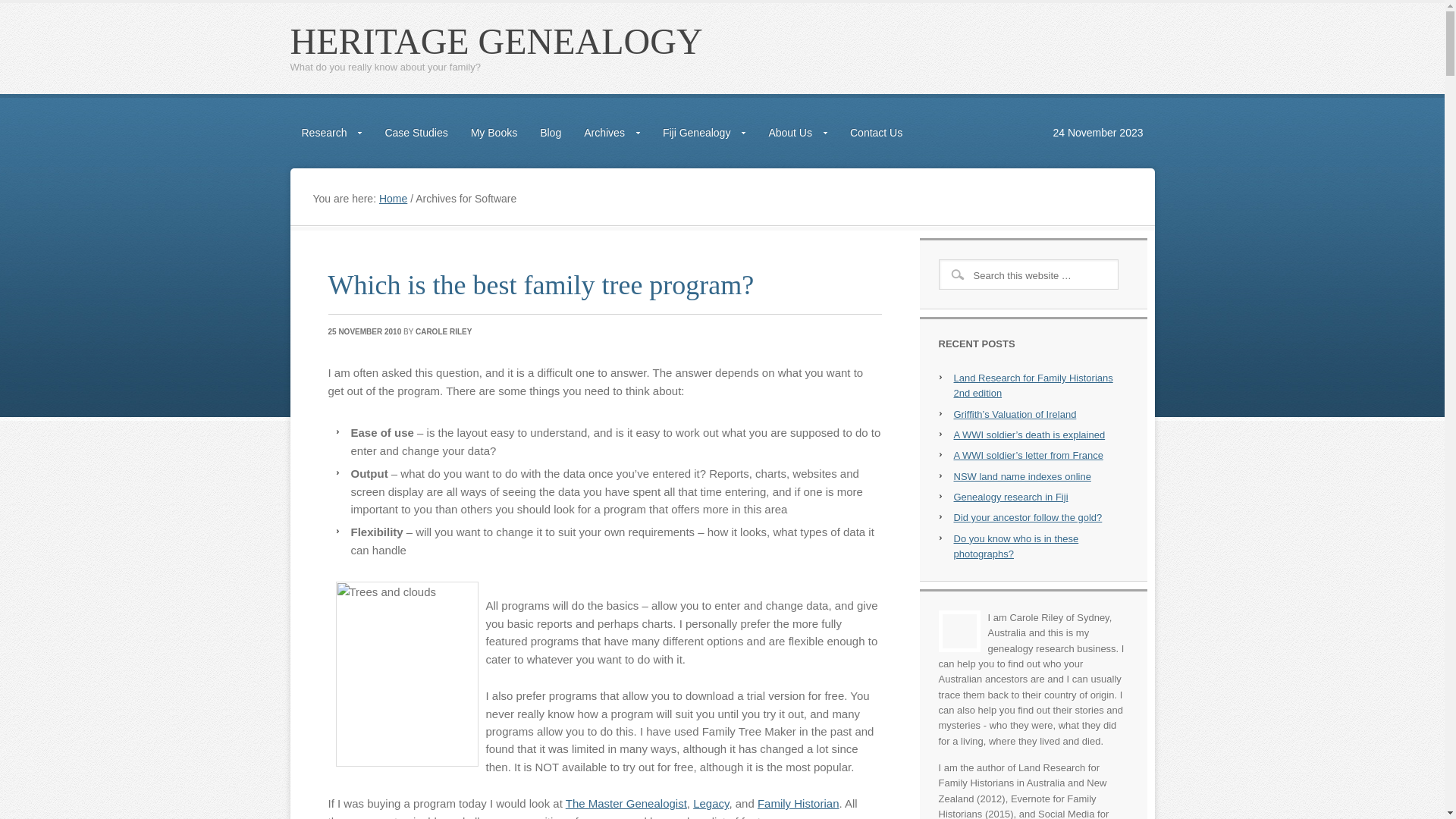 The image size is (1456, 819). What do you see at coordinates (1016, 544) in the screenshot?
I see `'Do you know who is in these photographs?'` at bounding box center [1016, 544].